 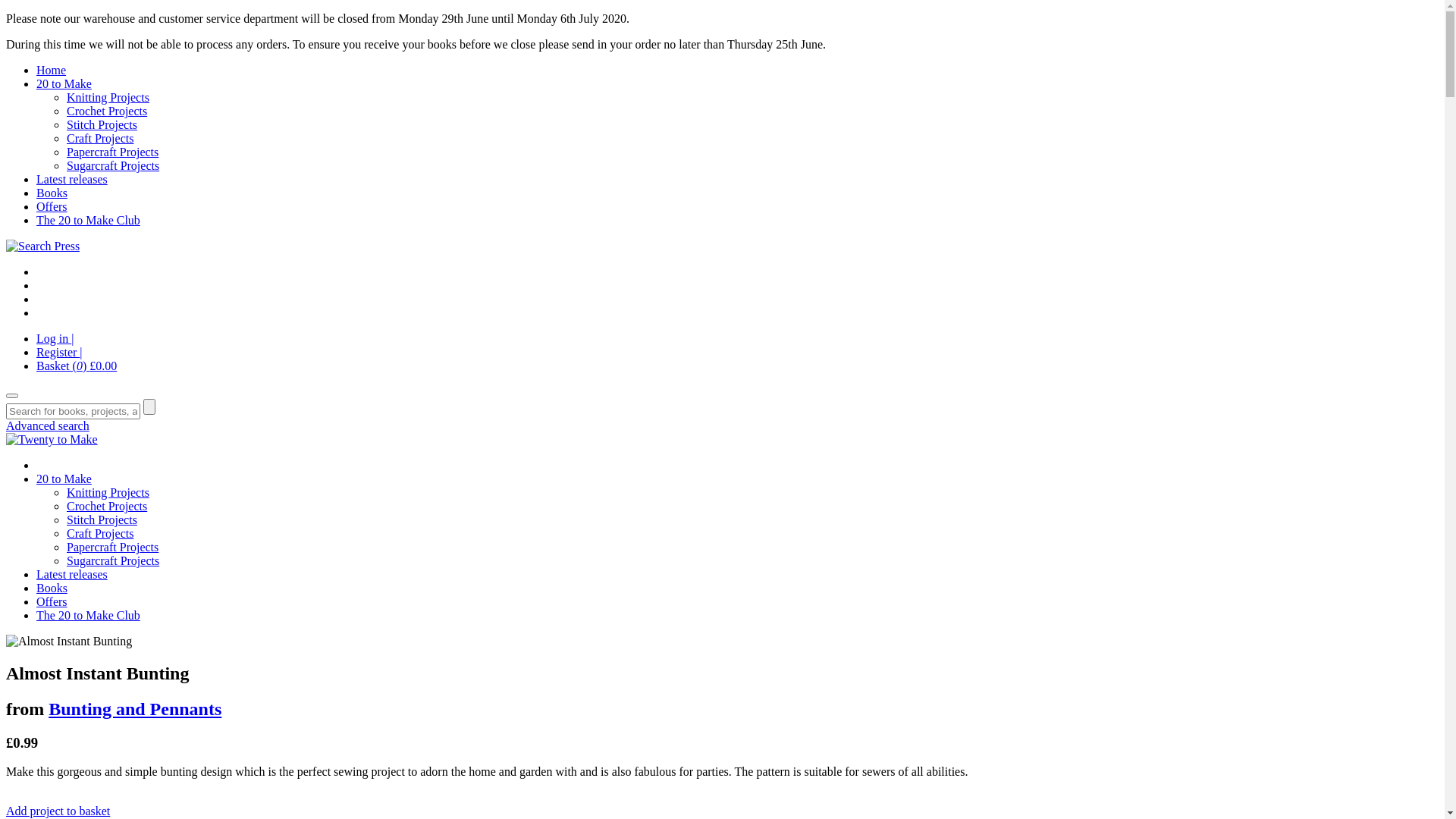 I want to click on '20 to Make', so click(x=63, y=83).